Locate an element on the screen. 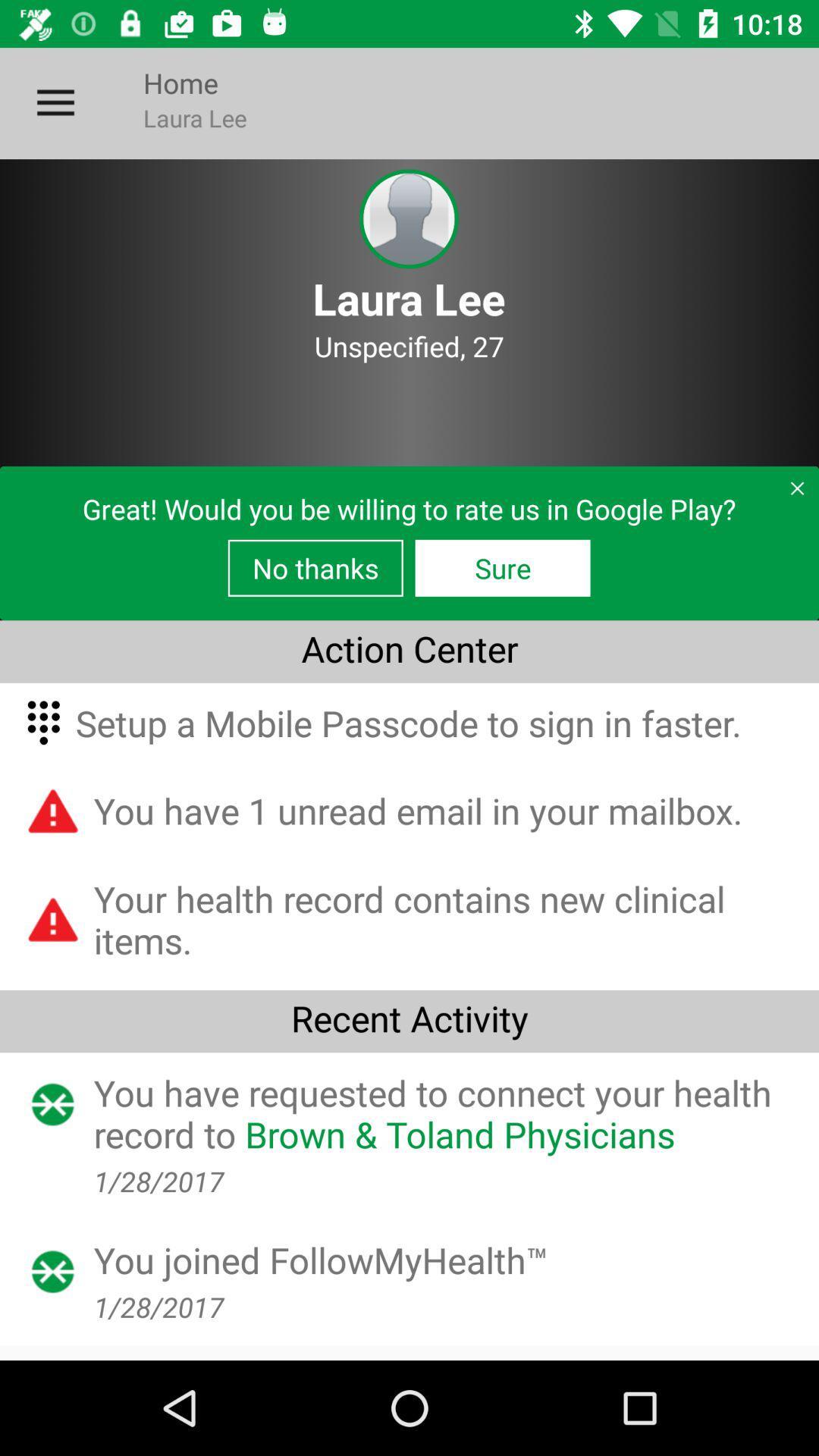 This screenshot has width=819, height=1456. the profile icon of laura lee is located at coordinates (408, 218).